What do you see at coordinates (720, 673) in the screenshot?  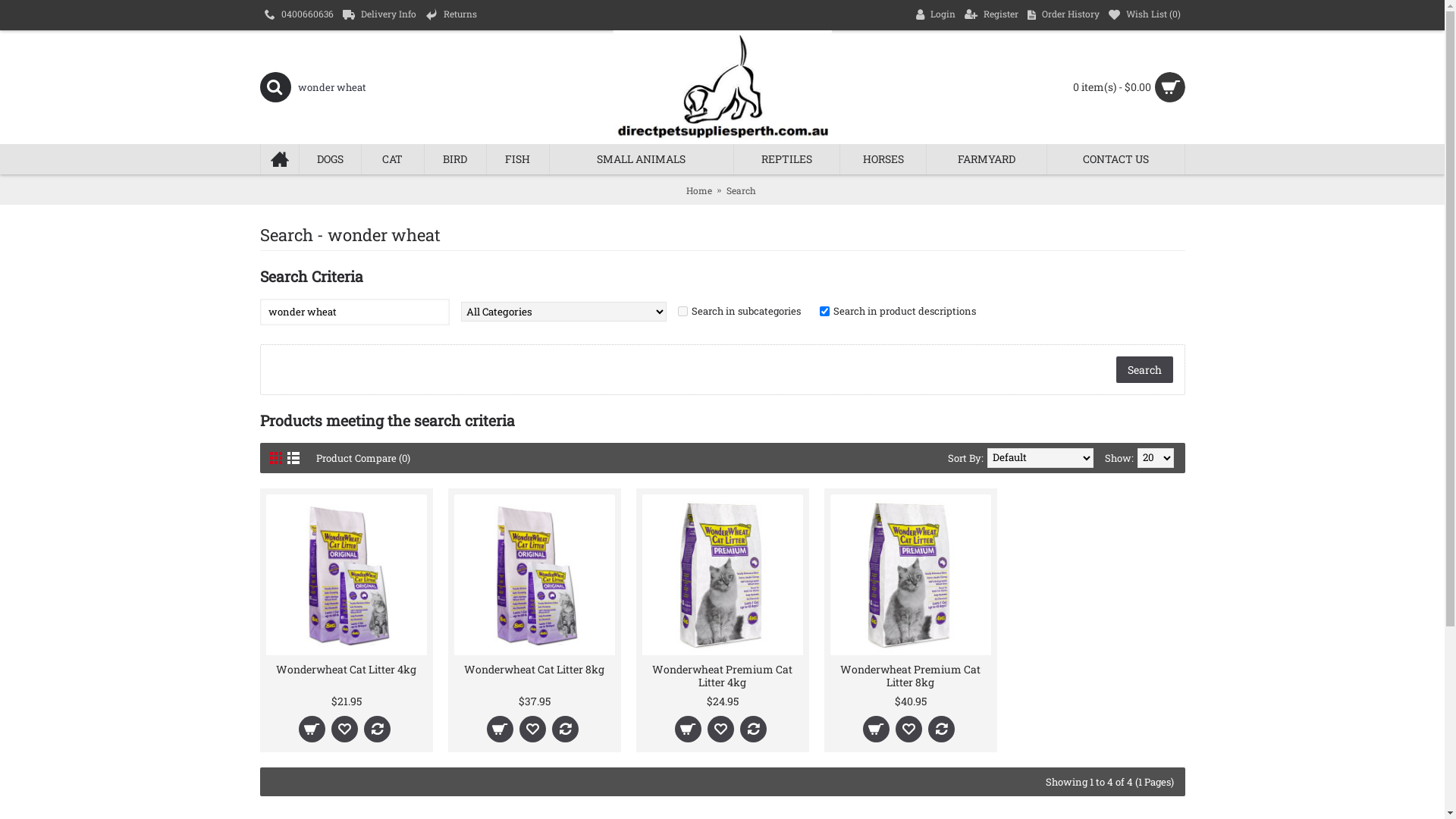 I see `'Wonderwheat Premium Cat Litter 4kg'` at bounding box center [720, 673].